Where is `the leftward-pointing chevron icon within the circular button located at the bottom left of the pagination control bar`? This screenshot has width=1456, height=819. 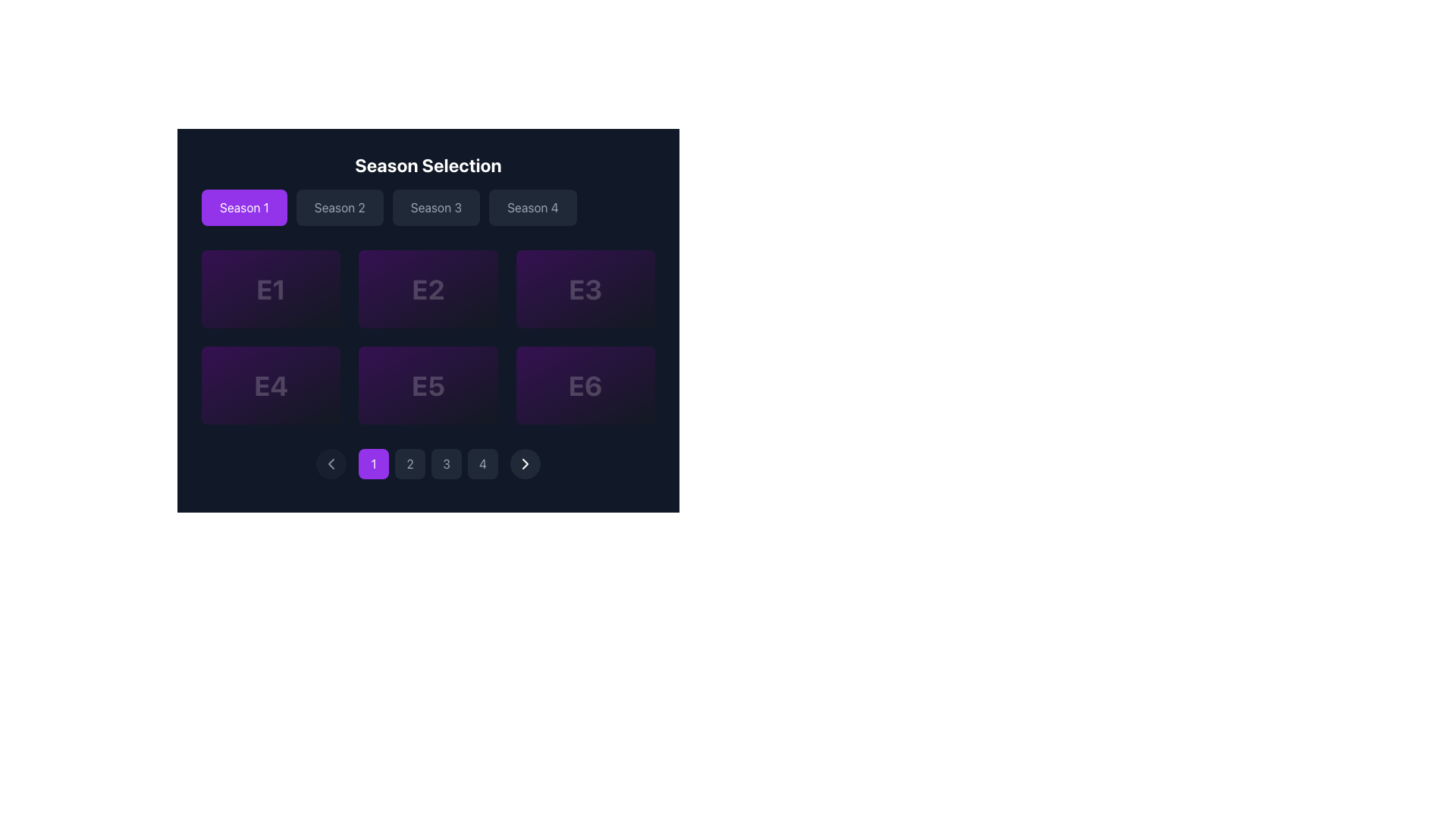
the leftward-pointing chevron icon within the circular button located at the bottom left of the pagination control bar is located at coordinates (330, 463).